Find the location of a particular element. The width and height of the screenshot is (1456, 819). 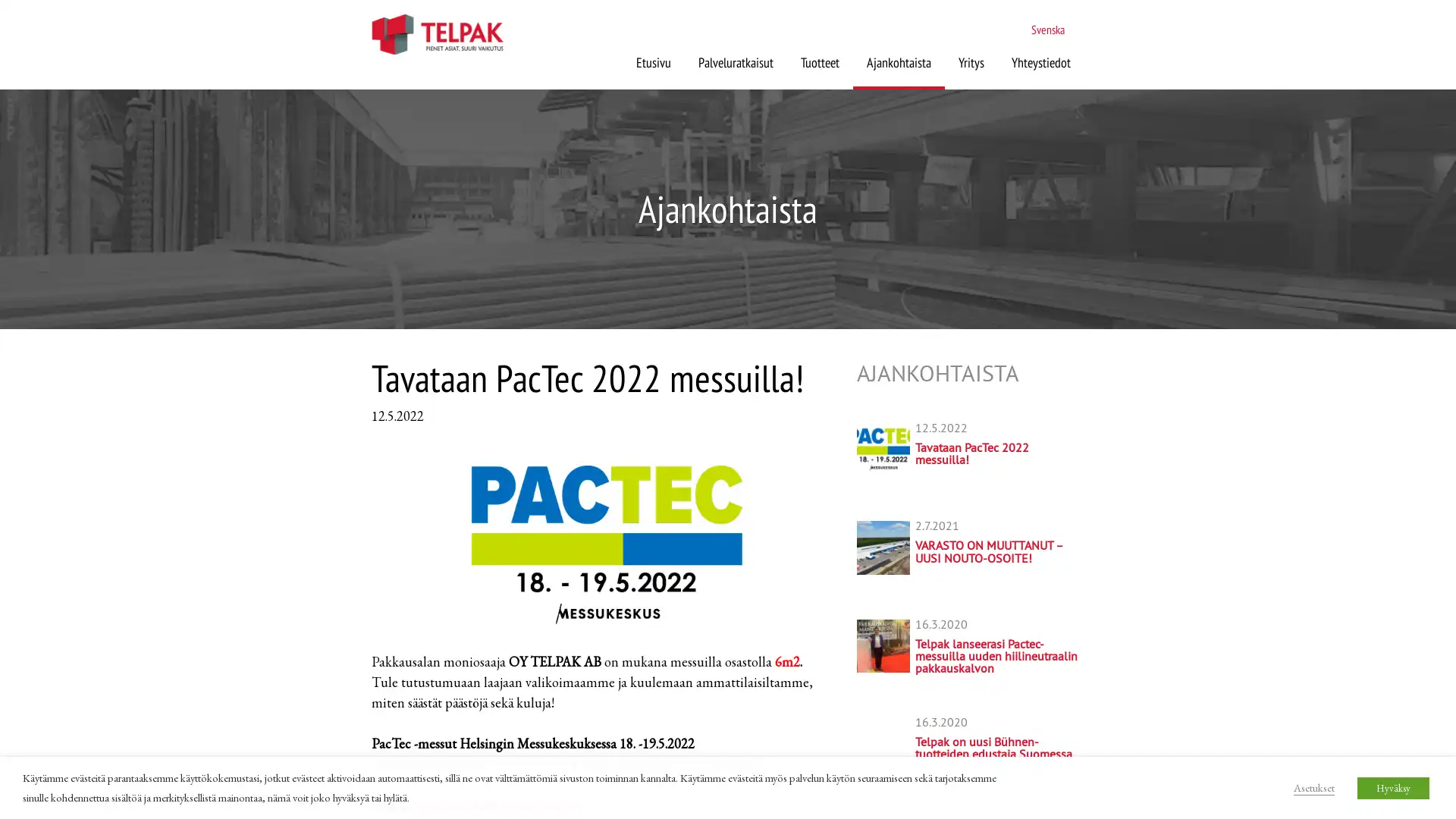

Hyvaksy is located at coordinates (1393, 786).